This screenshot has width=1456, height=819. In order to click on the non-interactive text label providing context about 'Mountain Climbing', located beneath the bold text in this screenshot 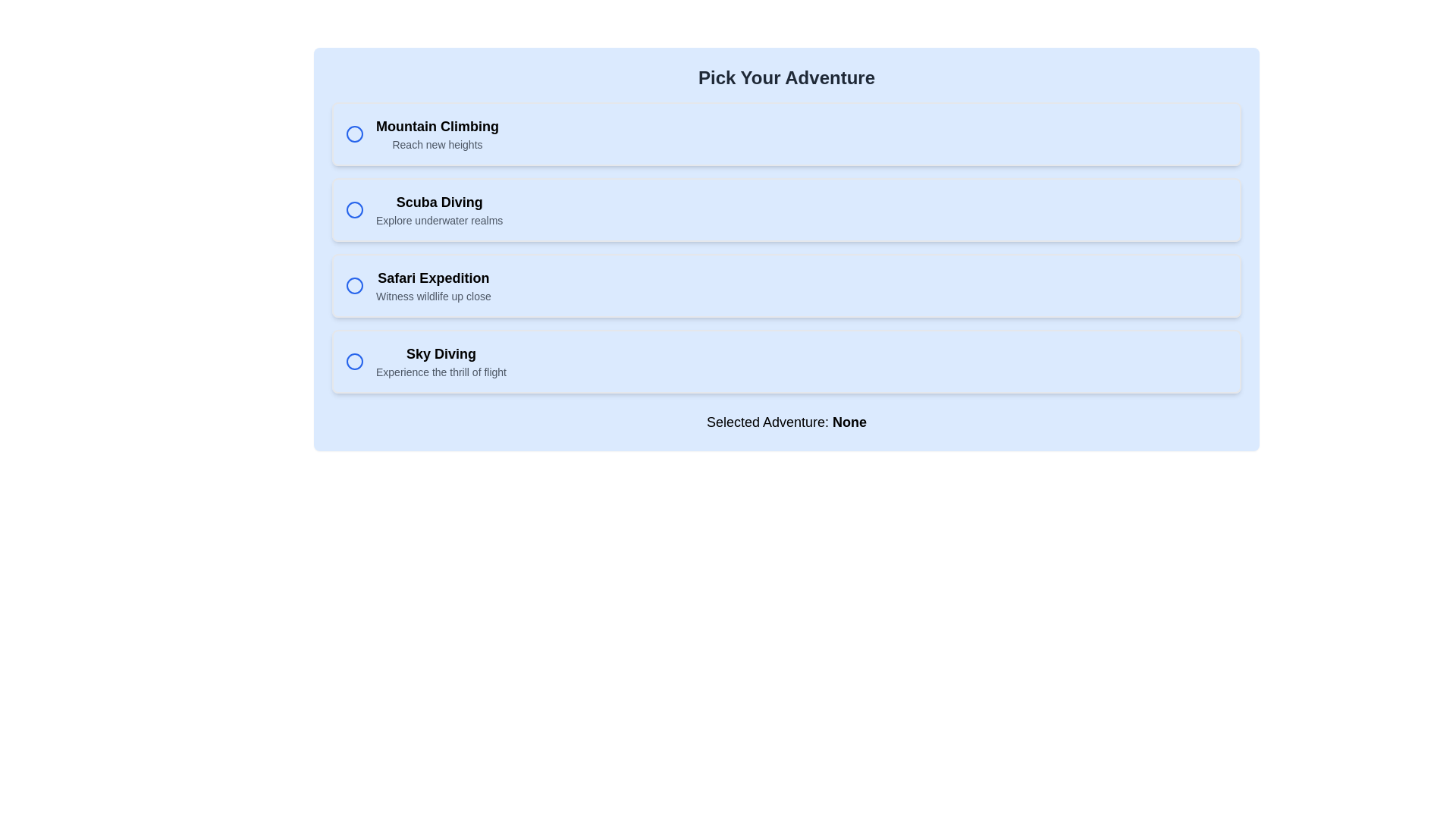, I will do `click(436, 145)`.